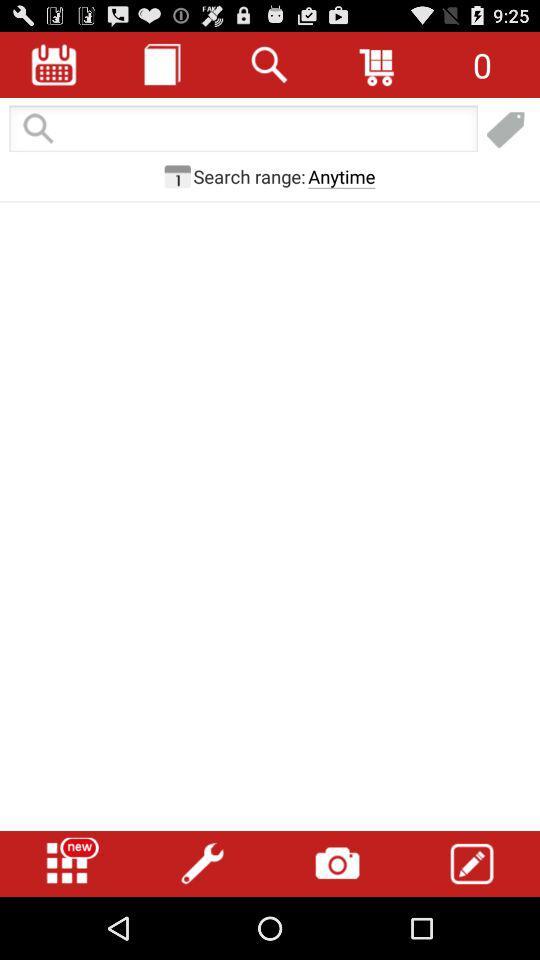 This screenshot has height=960, width=540. I want to click on make a note, so click(472, 863).